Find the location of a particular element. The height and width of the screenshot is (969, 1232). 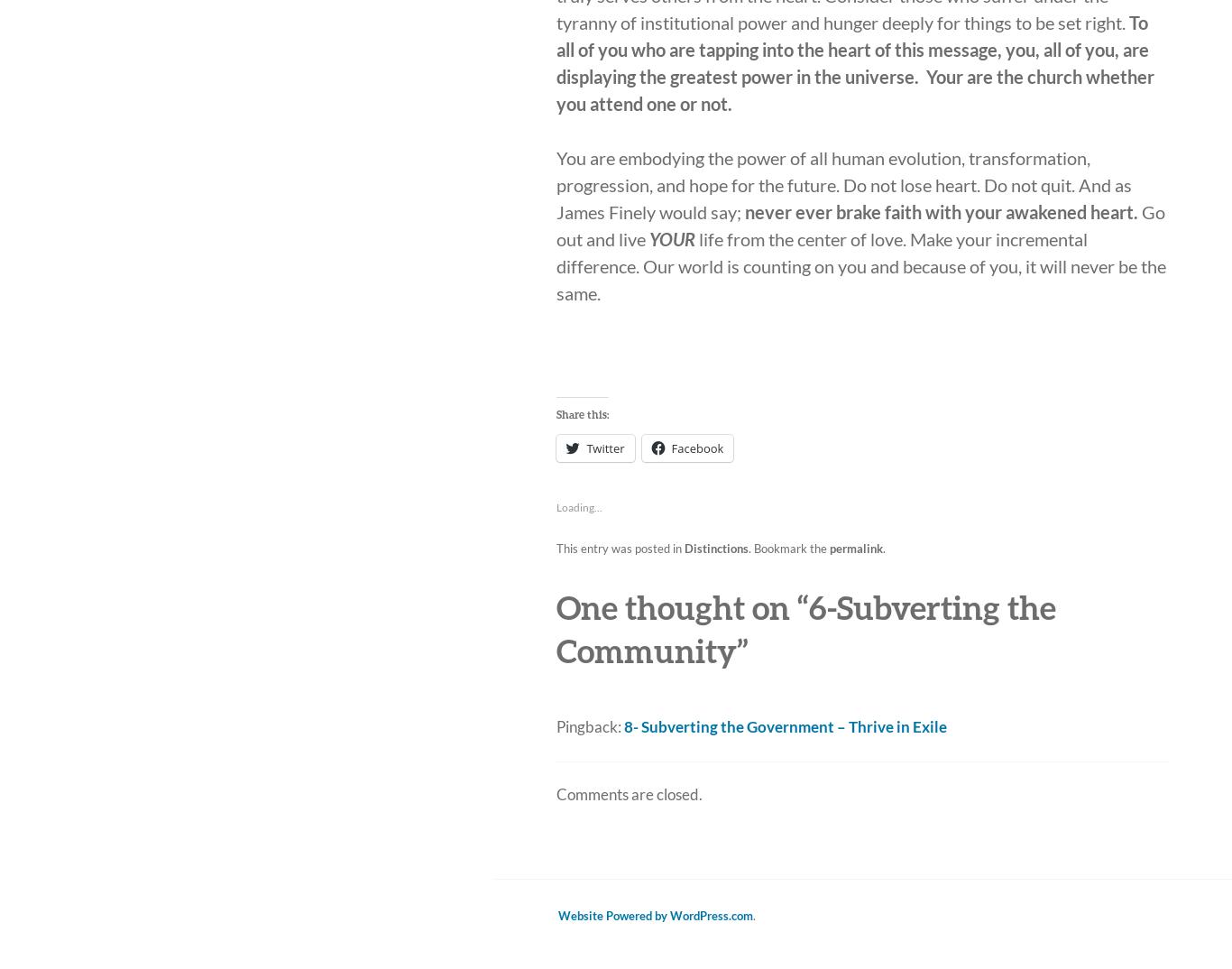

'Share this:' is located at coordinates (581, 413).